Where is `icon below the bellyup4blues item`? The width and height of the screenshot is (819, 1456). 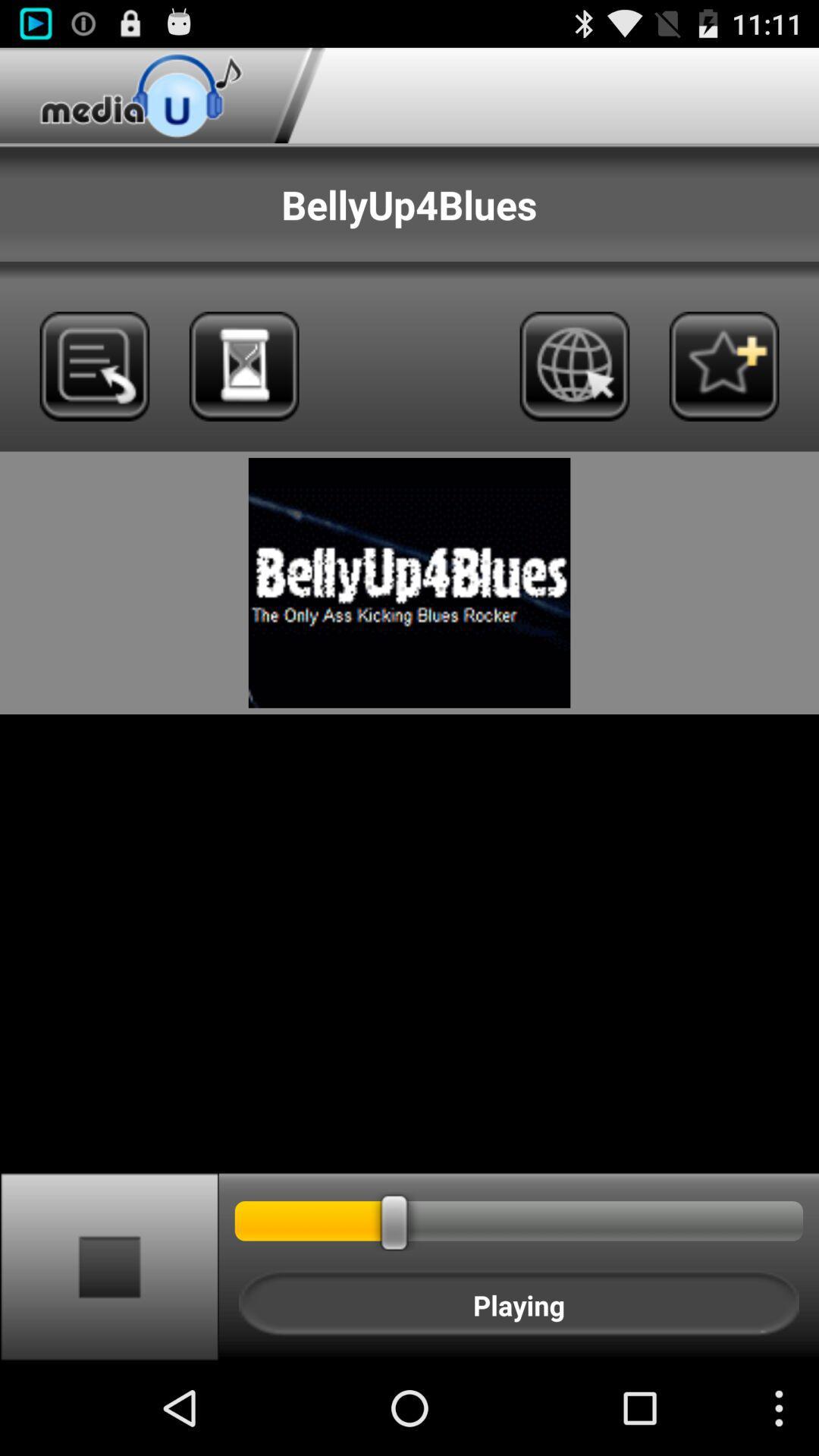 icon below the bellyup4blues item is located at coordinates (574, 366).